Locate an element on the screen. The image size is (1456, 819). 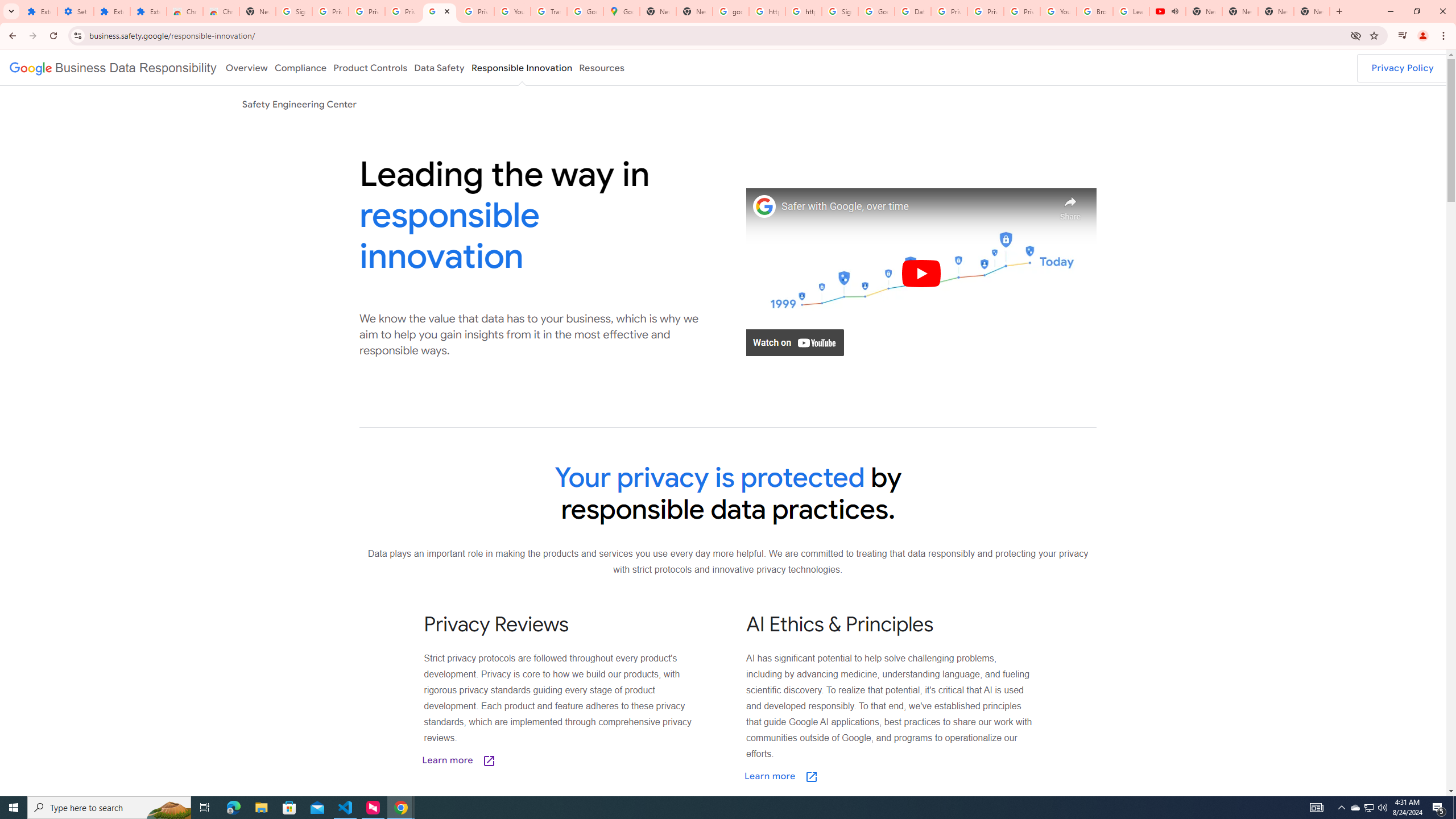
'Mute tab' is located at coordinates (1174, 11).